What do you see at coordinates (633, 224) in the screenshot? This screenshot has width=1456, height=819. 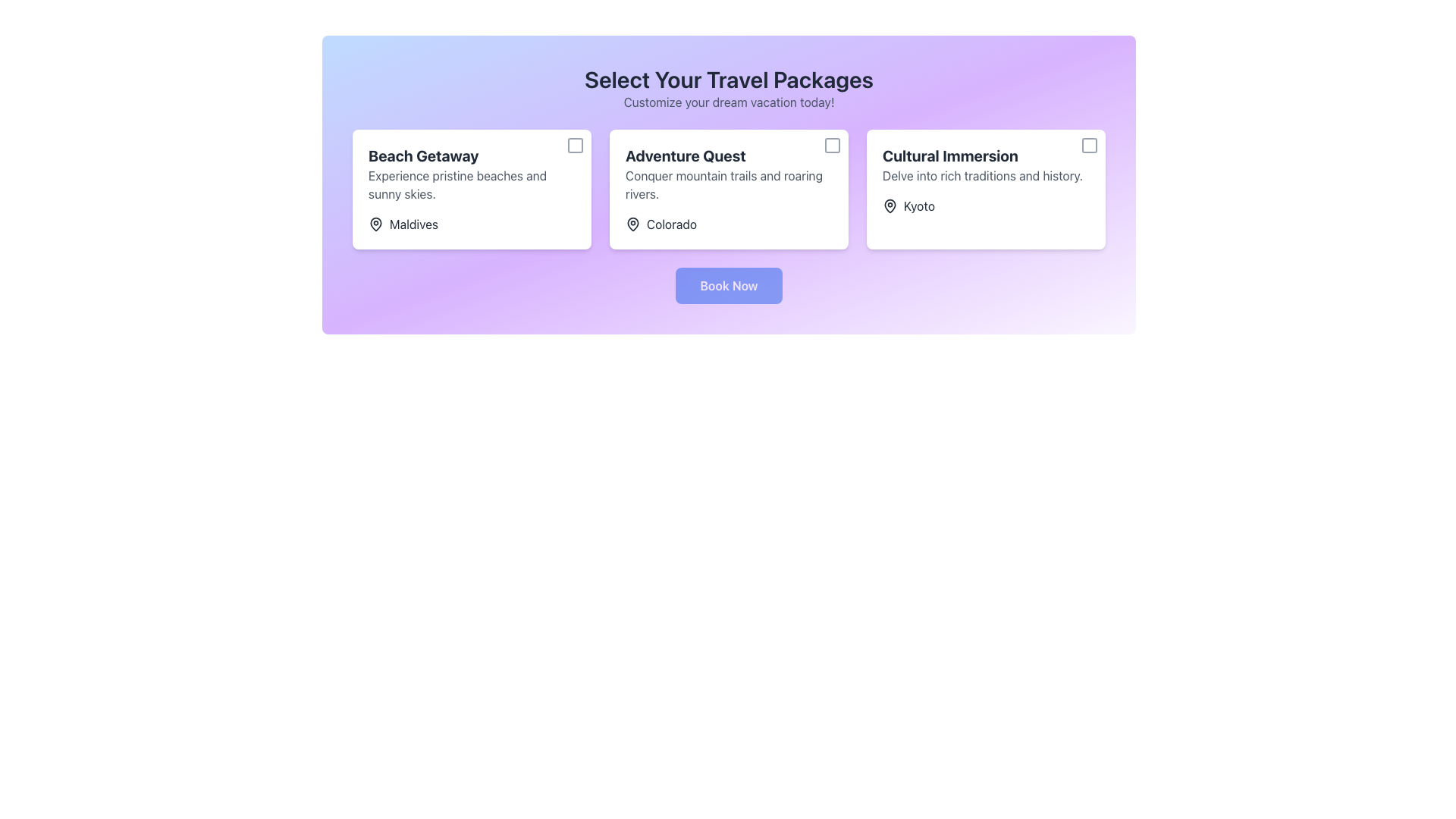 I see `the geographical location icon indicating 'Colorado' within the 'Adventure Quest' card in the travel package selection interface` at bounding box center [633, 224].